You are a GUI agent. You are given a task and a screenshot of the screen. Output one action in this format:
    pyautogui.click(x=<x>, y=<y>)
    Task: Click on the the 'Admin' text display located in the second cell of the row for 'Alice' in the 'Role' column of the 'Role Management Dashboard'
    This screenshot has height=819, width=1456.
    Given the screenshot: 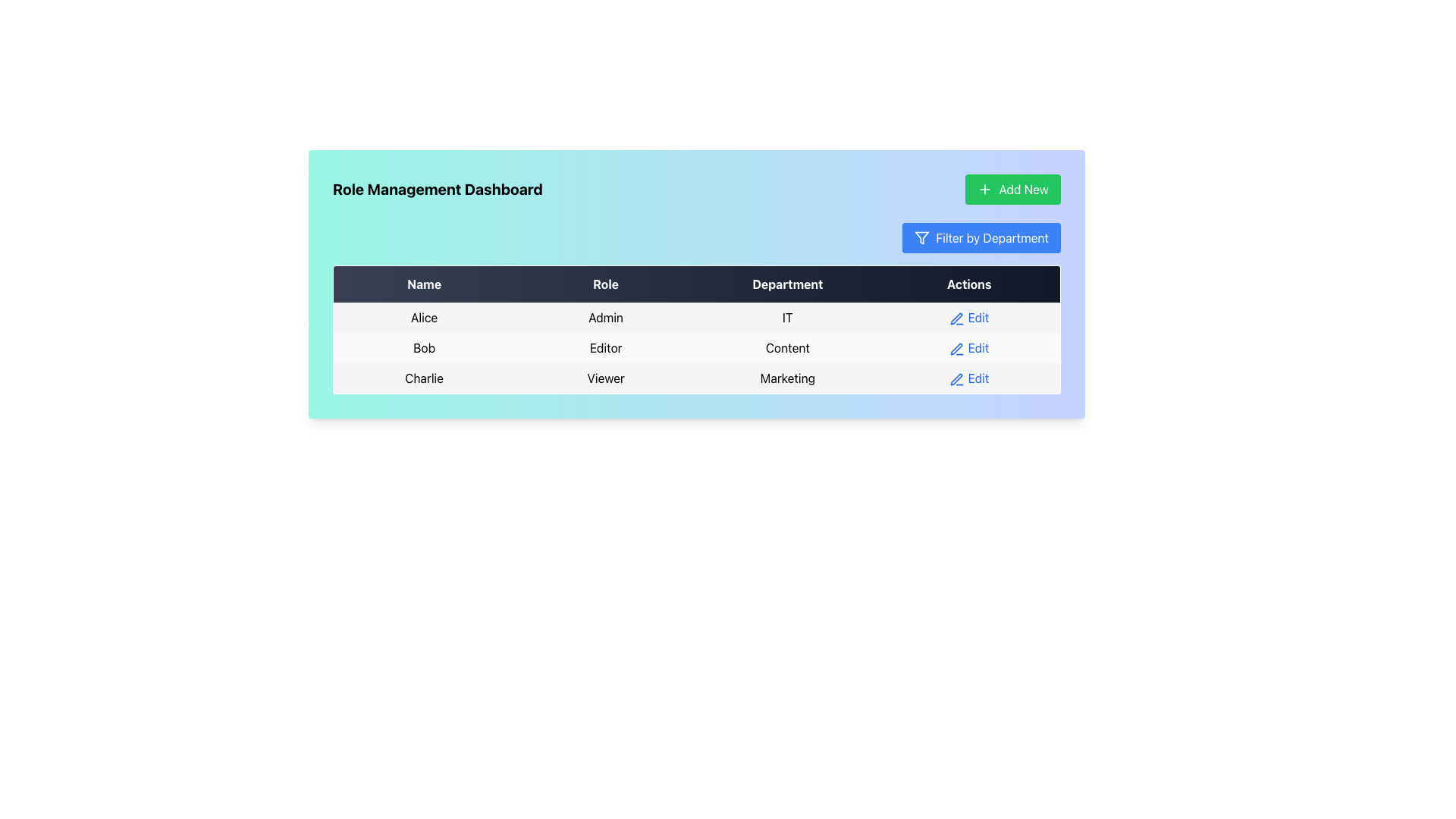 What is the action you would take?
    pyautogui.click(x=605, y=317)
    